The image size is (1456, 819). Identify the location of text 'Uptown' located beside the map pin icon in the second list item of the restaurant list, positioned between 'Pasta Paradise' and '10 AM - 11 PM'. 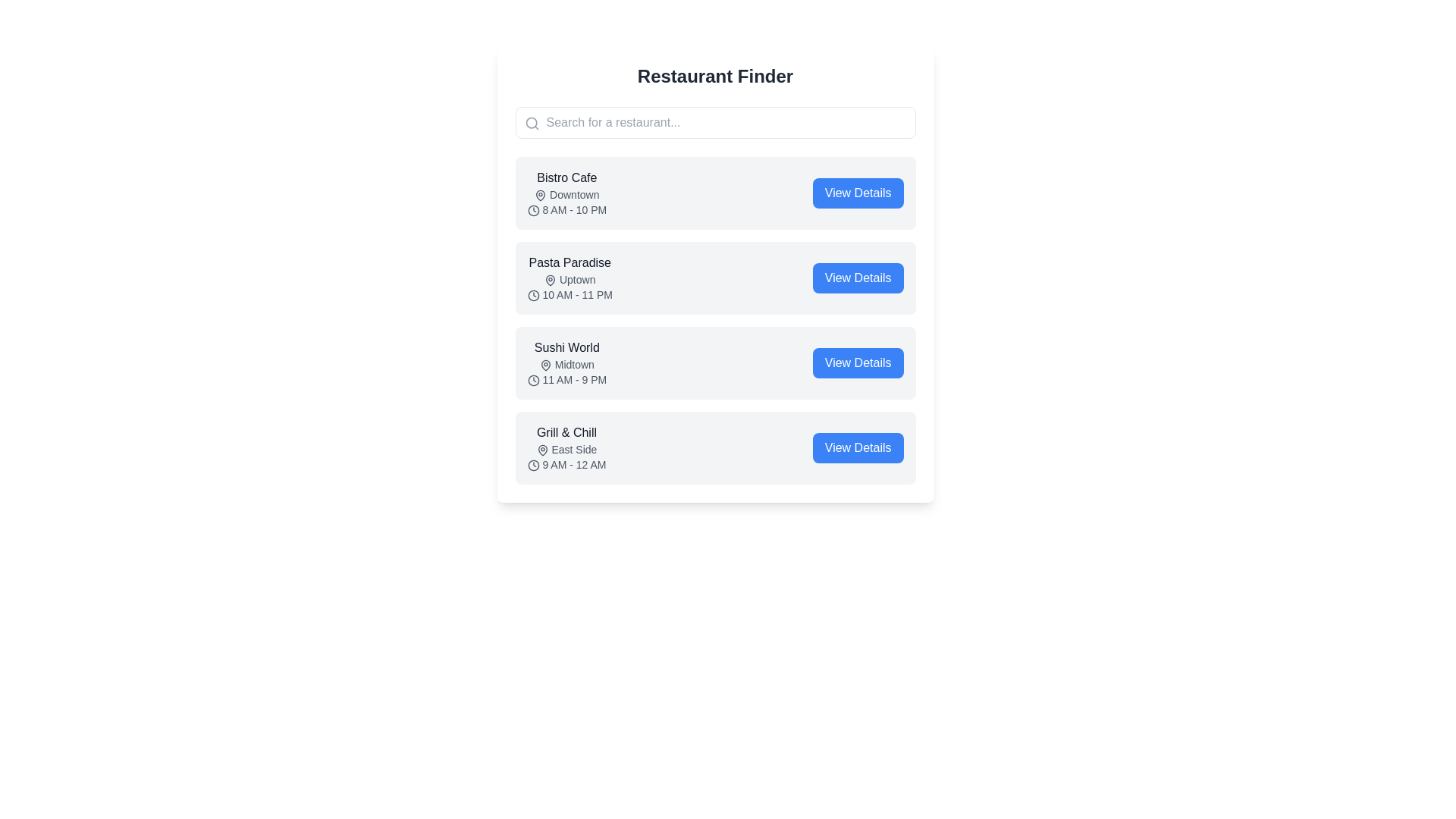
(569, 280).